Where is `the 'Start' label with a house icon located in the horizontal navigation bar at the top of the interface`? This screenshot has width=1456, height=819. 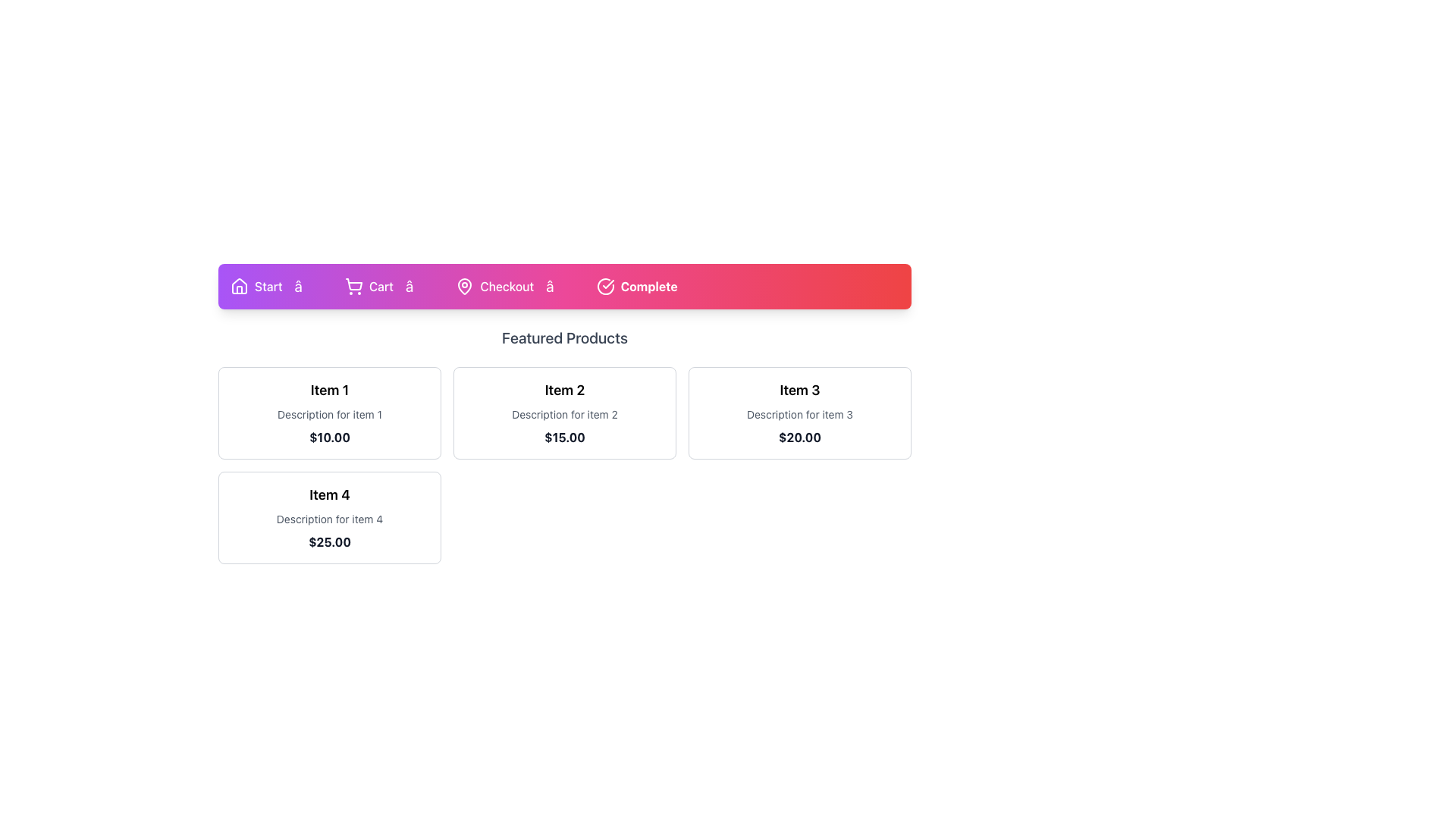 the 'Start' label with a house icon located in the horizontal navigation bar at the top of the interface is located at coordinates (256, 287).